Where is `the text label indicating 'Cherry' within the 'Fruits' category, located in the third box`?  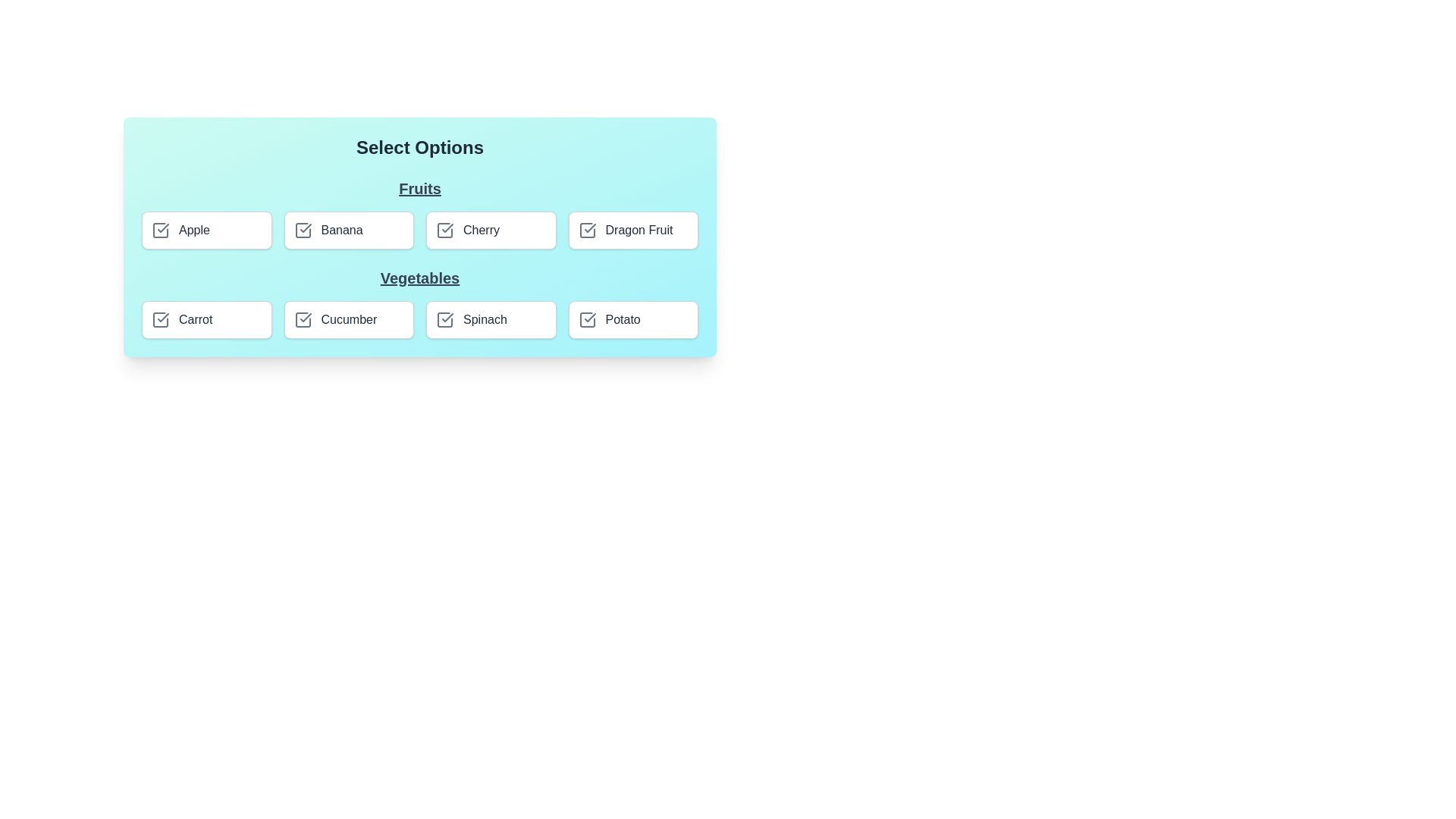 the text label indicating 'Cherry' within the 'Fruits' category, located in the third box is located at coordinates (480, 231).